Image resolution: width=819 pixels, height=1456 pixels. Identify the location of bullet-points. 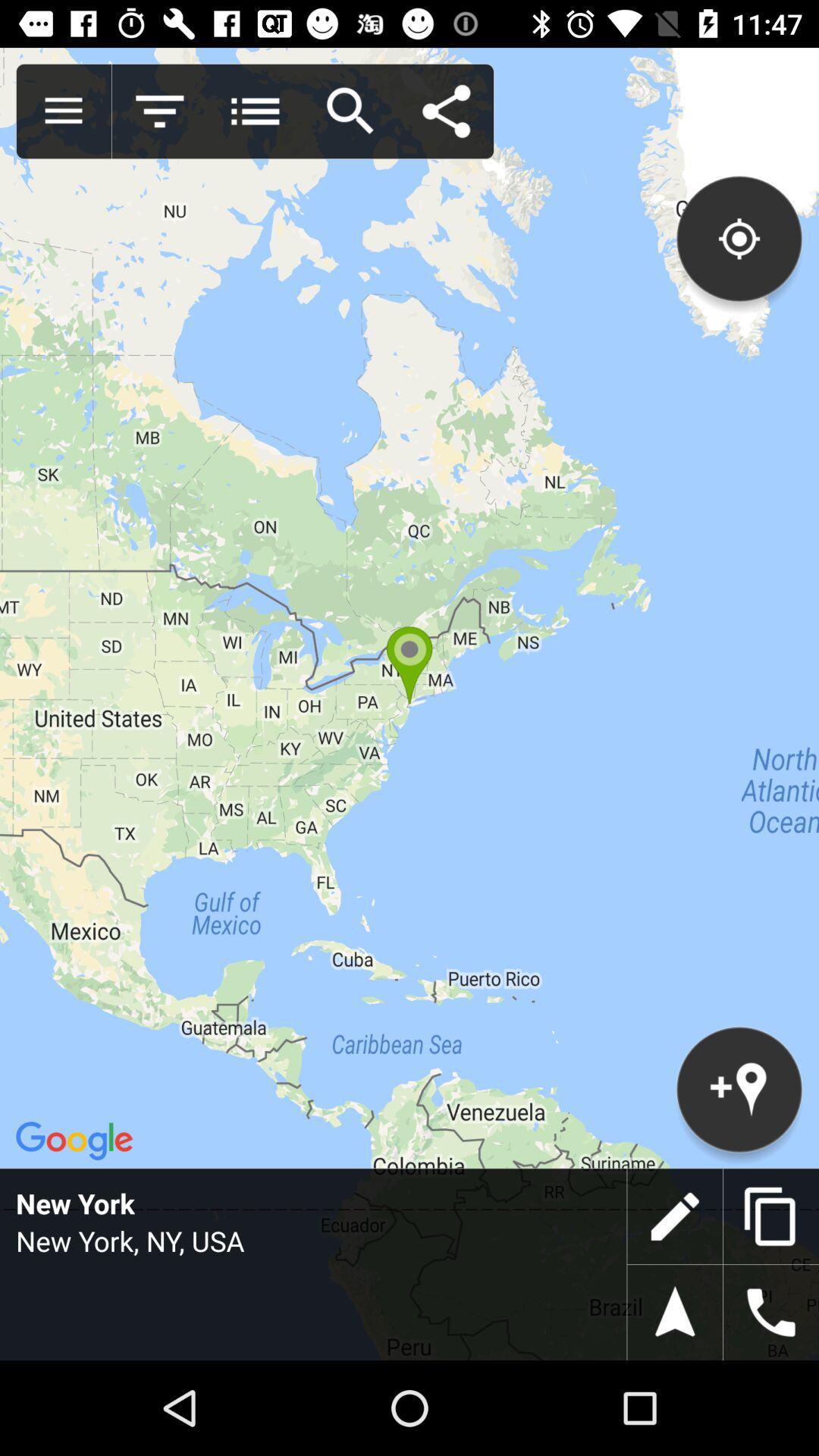
(254, 111).